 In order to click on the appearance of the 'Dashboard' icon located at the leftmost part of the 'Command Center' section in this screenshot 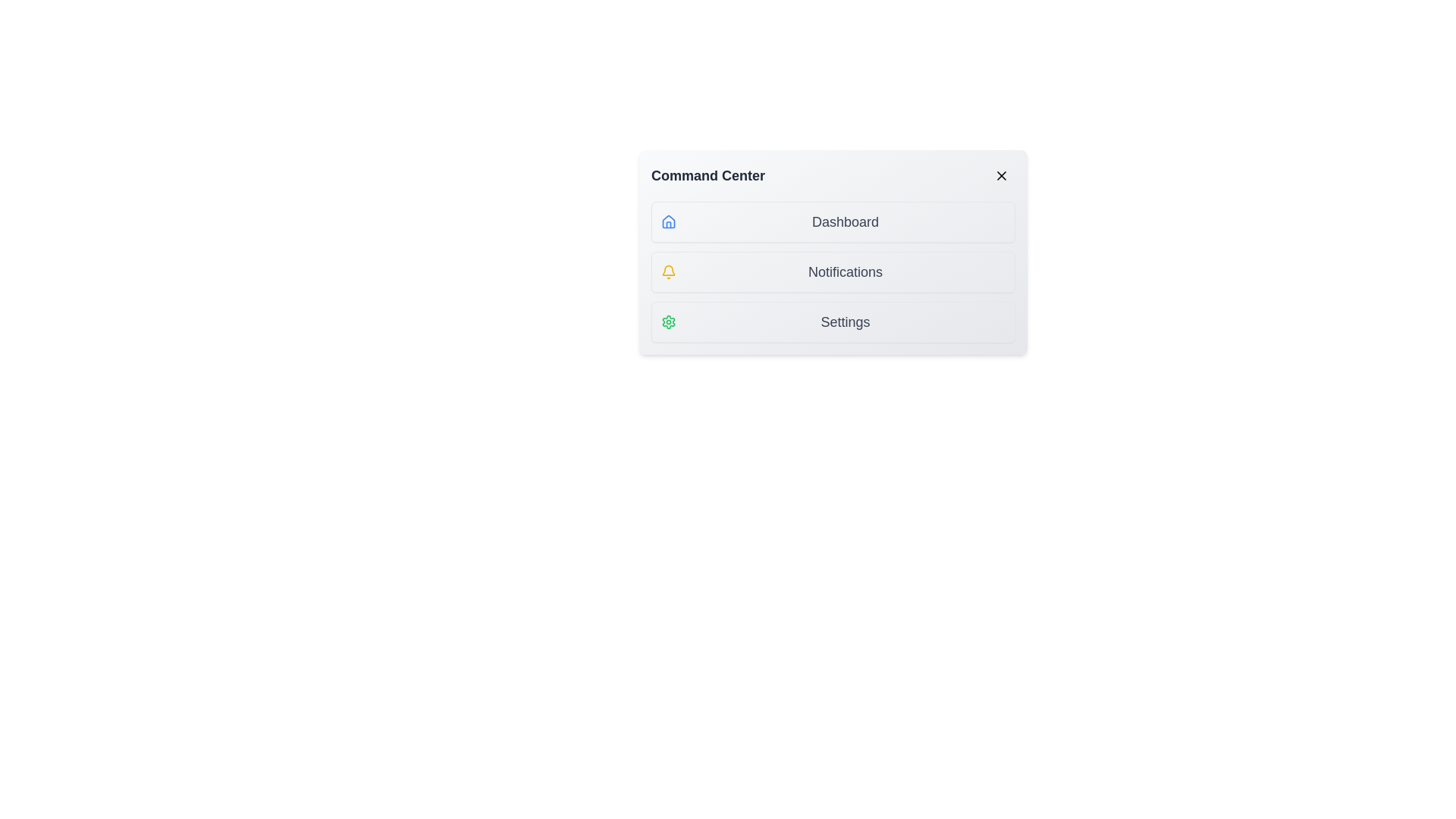, I will do `click(668, 222)`.